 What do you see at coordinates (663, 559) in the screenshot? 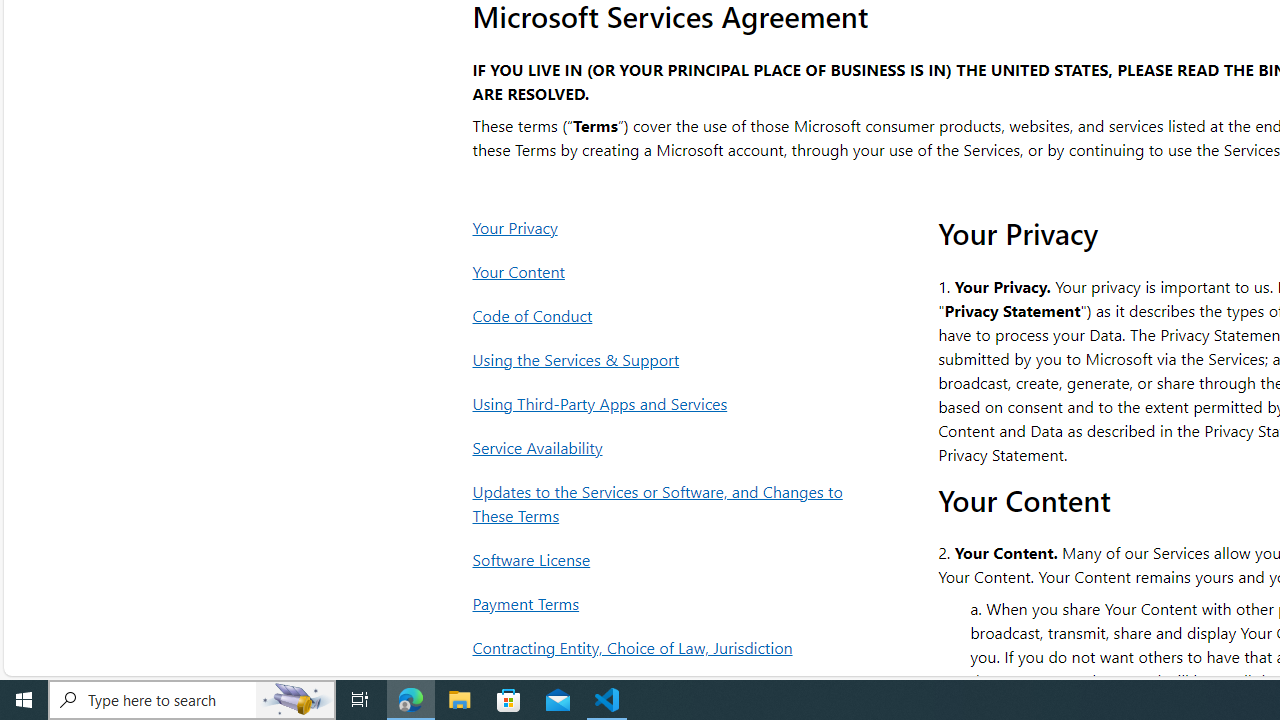
I see `'Software License'` at bounding box center [663, 559].